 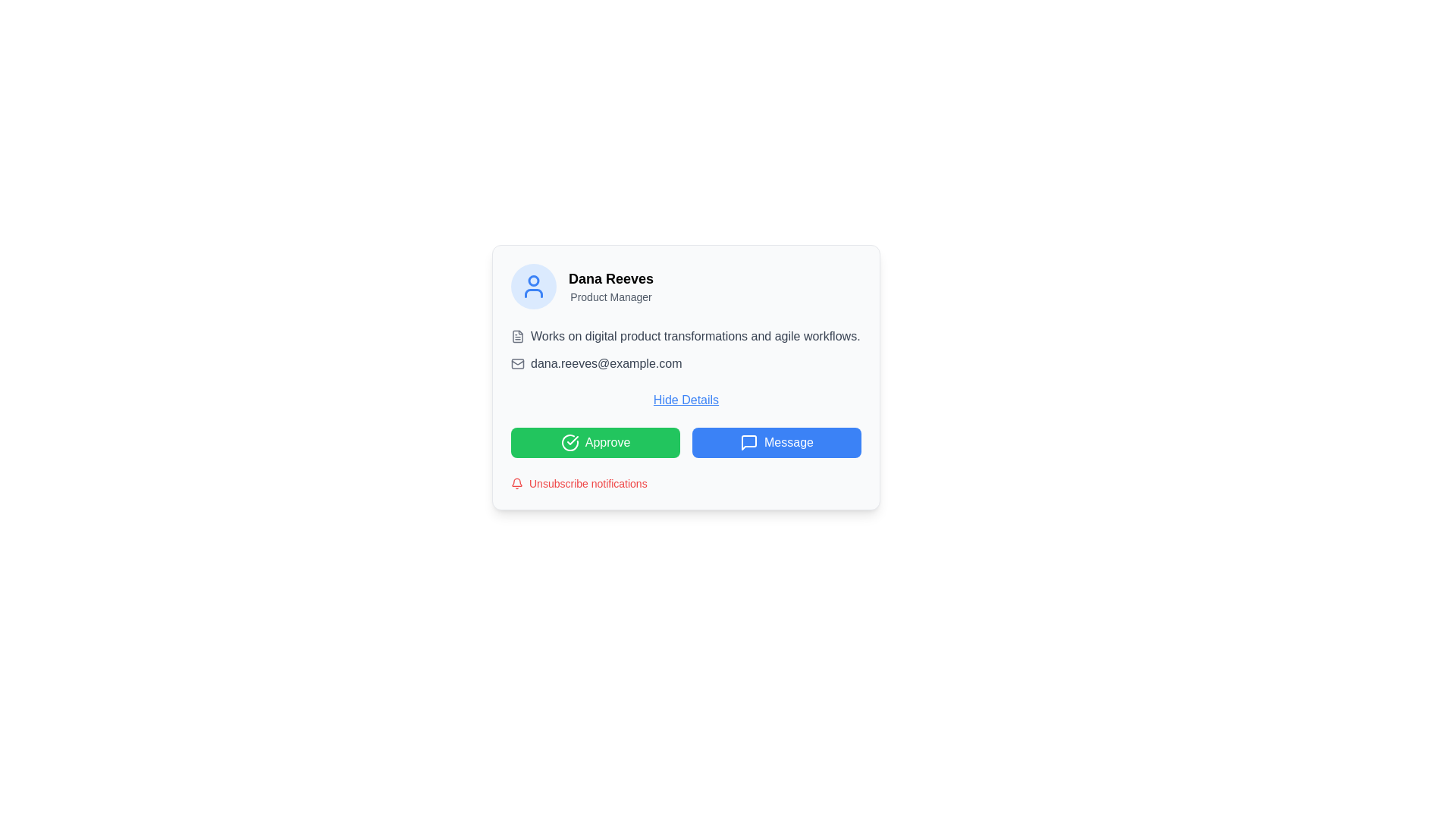 What do you see at coordinates (578, 483) in the screenshot?
I see `the 'Unsubscribe notifications' link with a bell-shaped icon located beneath the 'Approve' and 'Message' buttons in Dana Reeves' profile card` at bounding box center [578, 483].